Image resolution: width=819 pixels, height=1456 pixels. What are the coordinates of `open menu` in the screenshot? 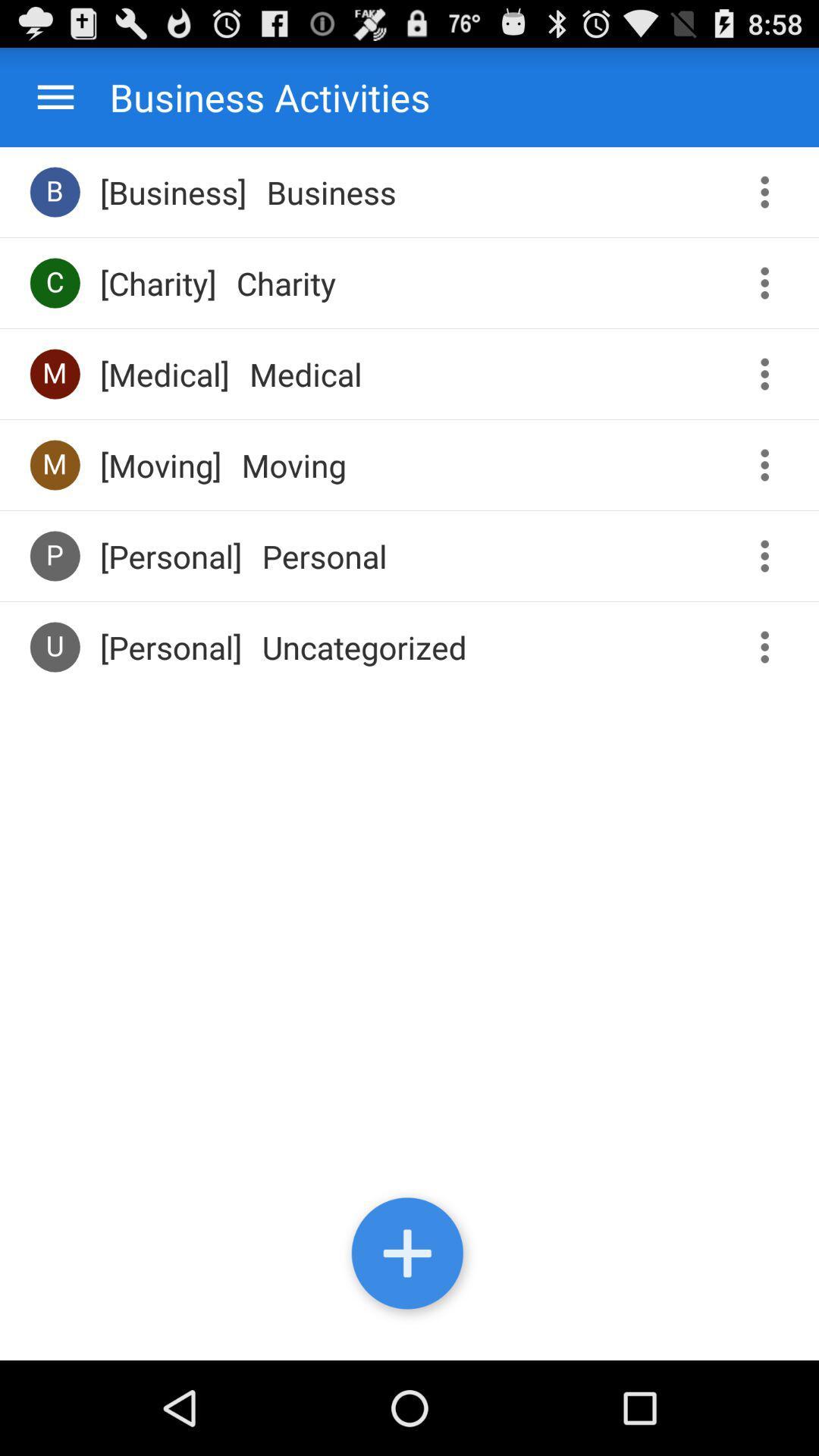 It's located at (55, 96).